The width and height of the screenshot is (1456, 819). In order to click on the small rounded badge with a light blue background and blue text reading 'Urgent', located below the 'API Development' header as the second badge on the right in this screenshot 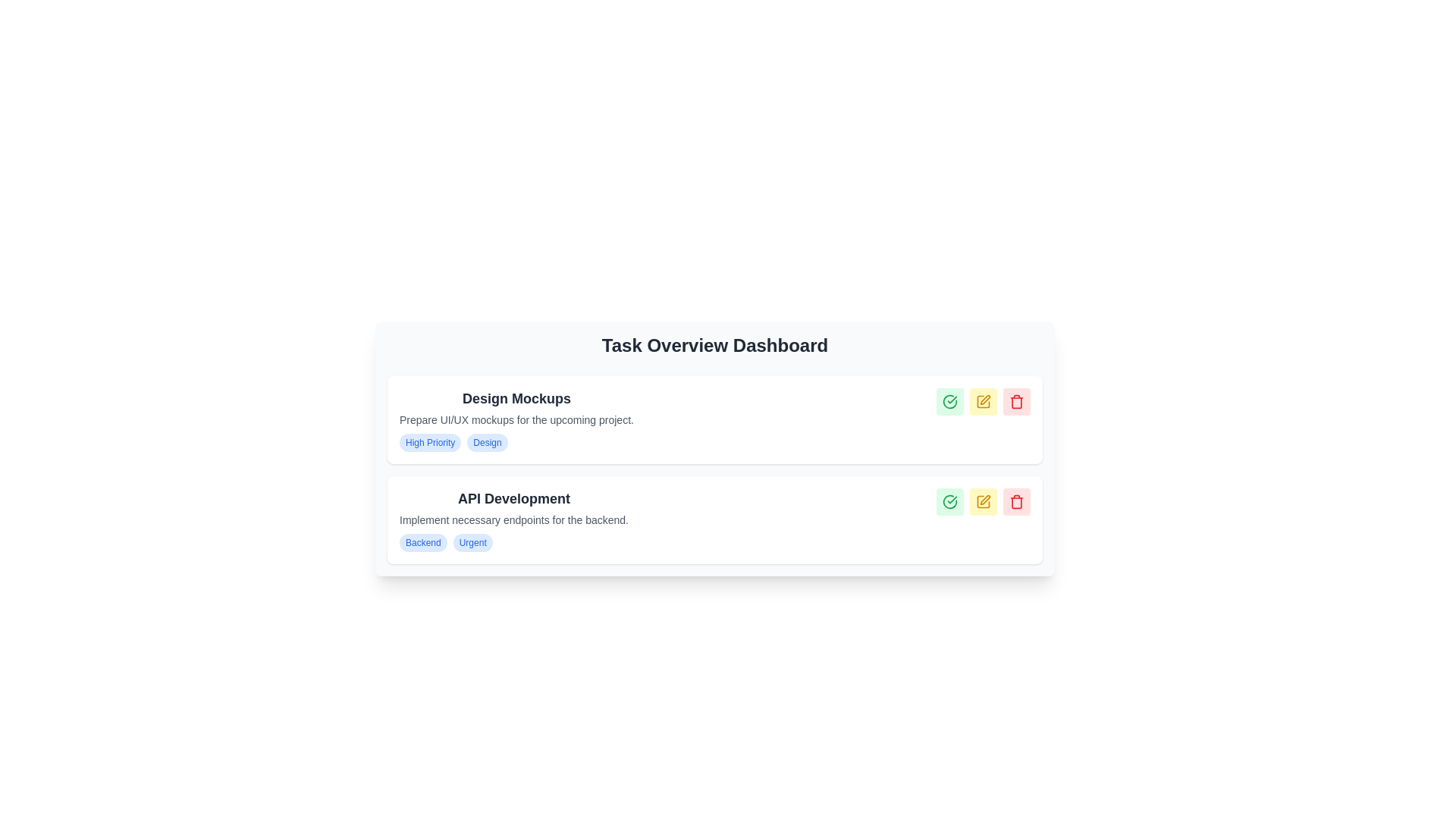, I will do `click(472, 542)`.